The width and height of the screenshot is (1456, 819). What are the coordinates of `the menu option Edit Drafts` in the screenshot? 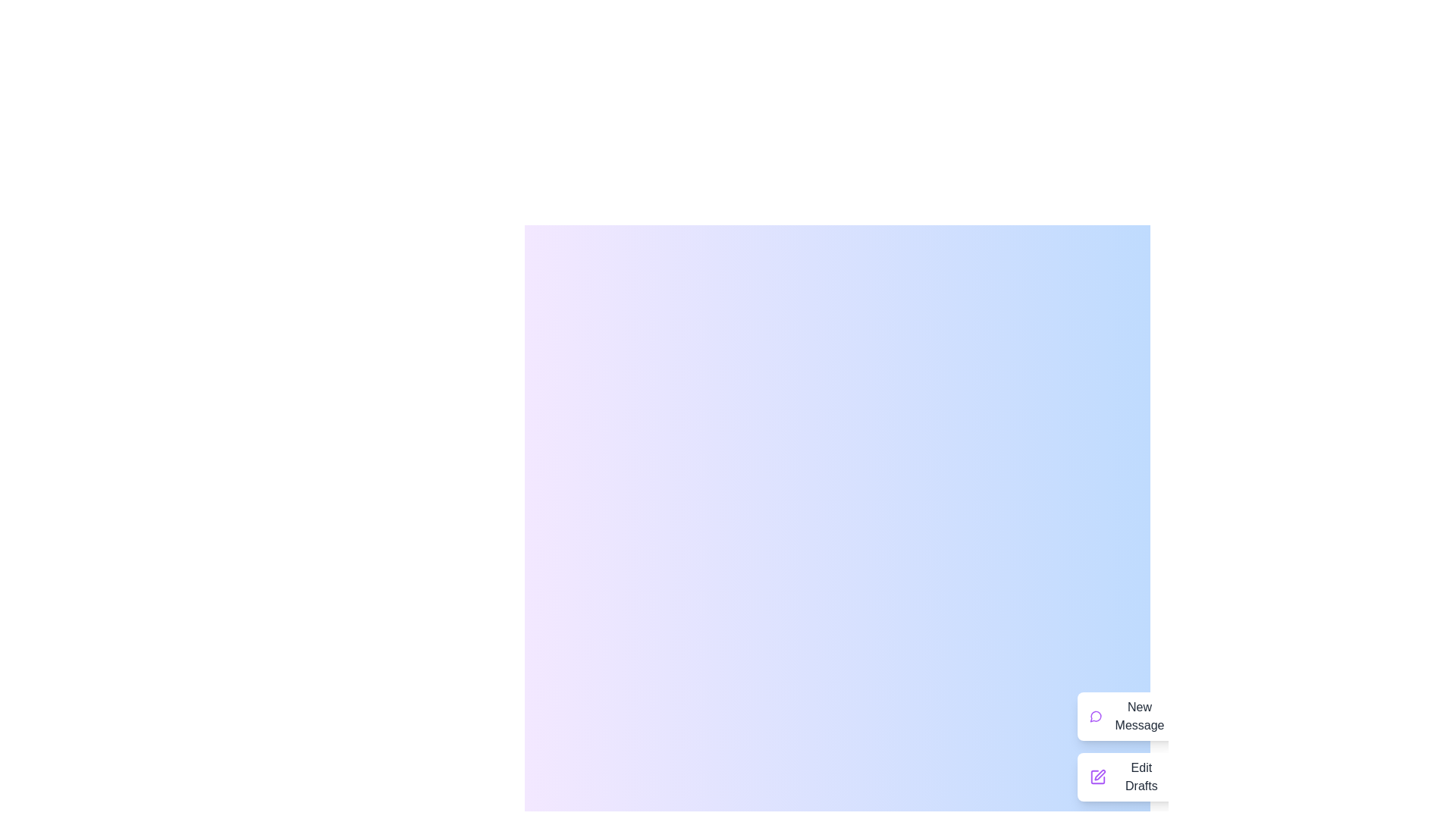 It's located at (1128, 777).